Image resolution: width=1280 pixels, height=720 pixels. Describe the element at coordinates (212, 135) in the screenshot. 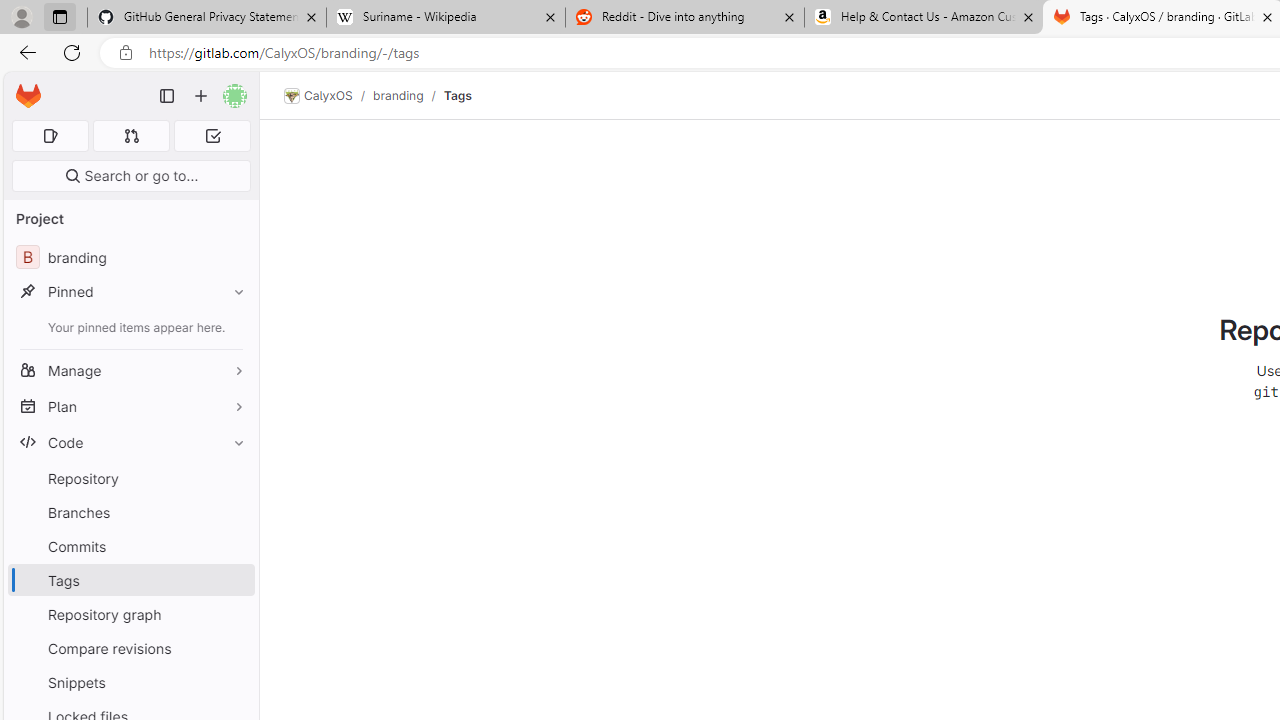

I see `'To-Do list 0'` at that location.